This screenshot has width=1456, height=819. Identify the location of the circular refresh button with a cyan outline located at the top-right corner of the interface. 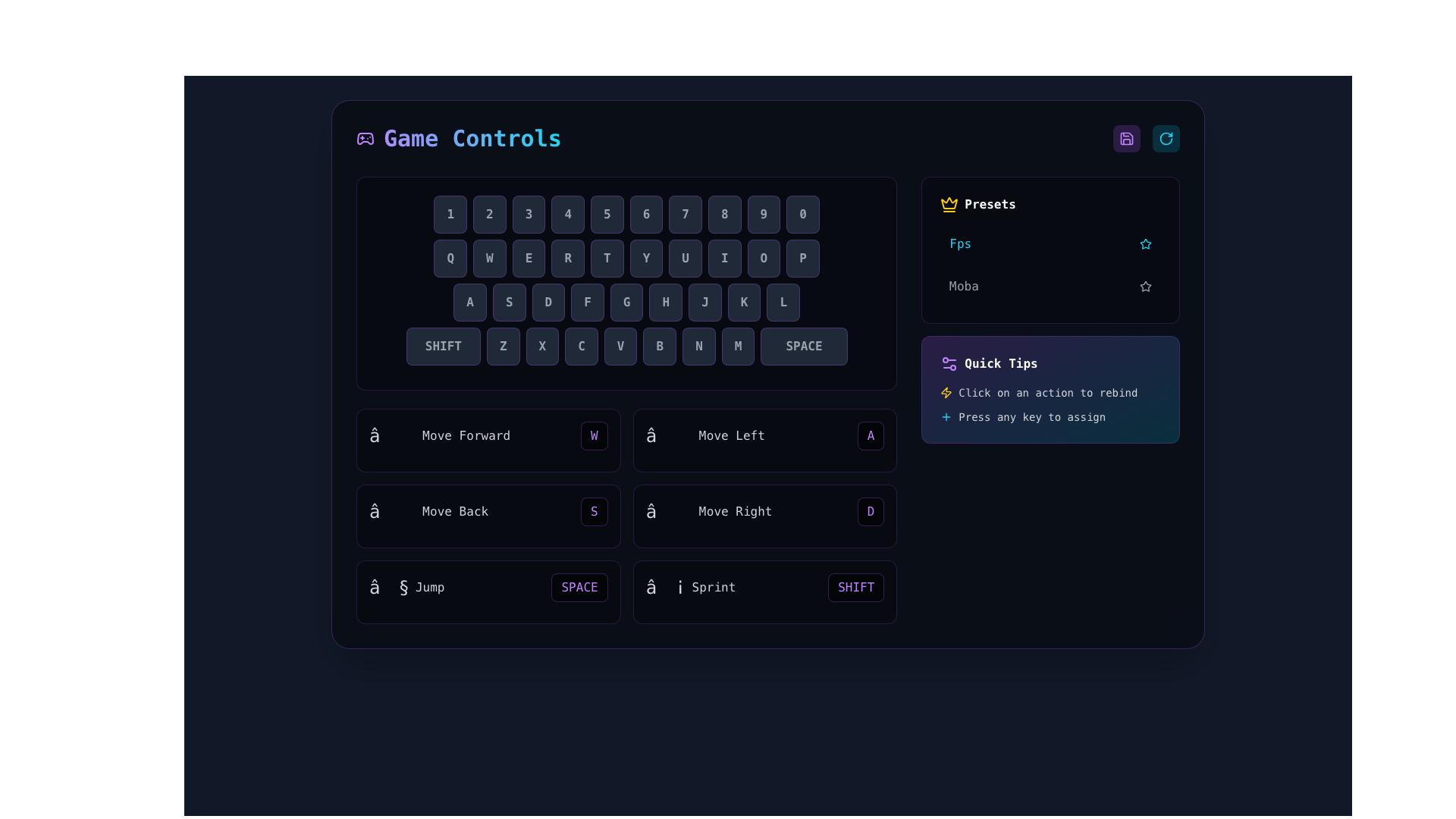
(1165, 138).